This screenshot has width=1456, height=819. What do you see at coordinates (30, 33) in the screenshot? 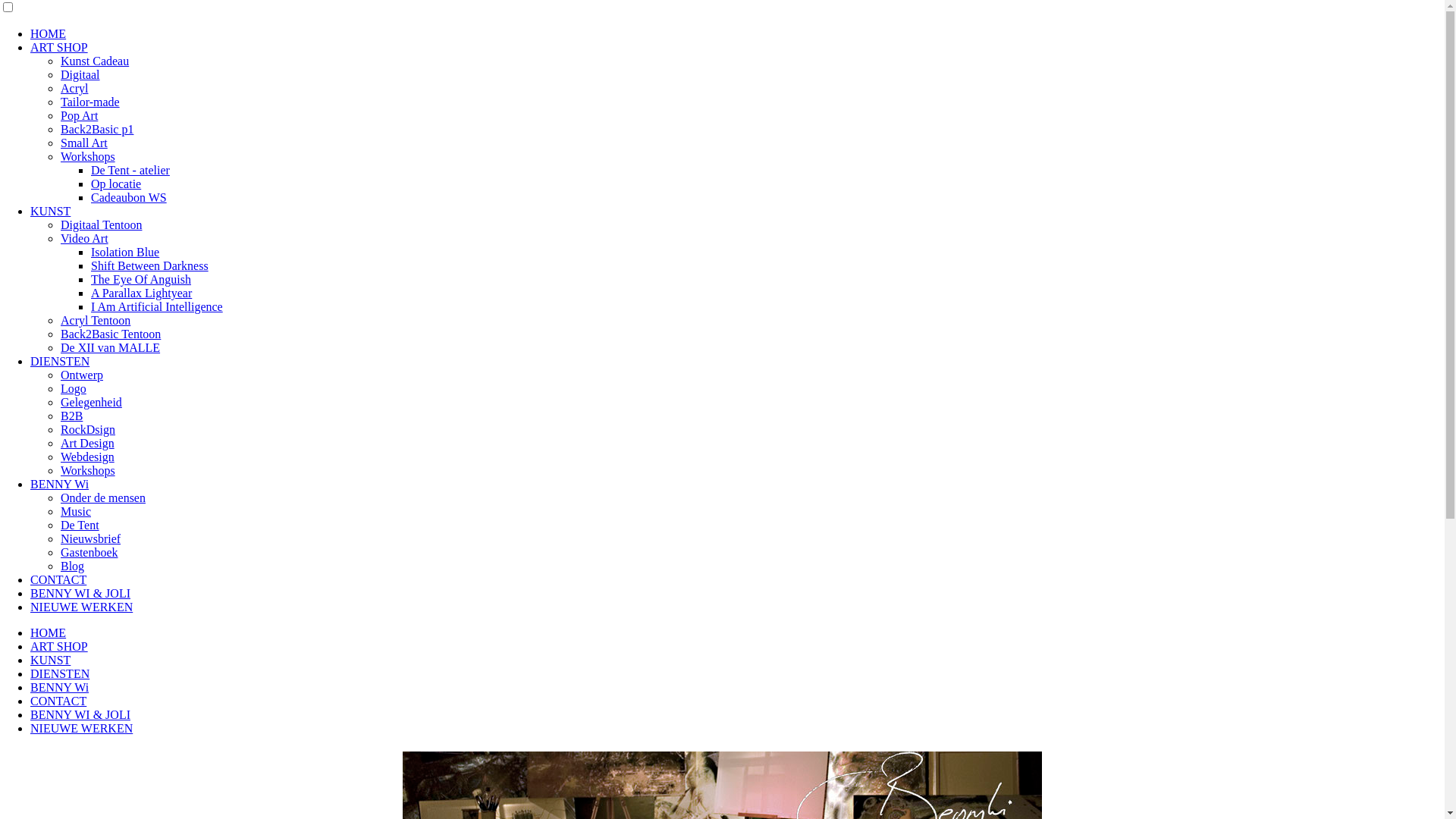
I see `'HOME'` at bounding box center [30, 33].